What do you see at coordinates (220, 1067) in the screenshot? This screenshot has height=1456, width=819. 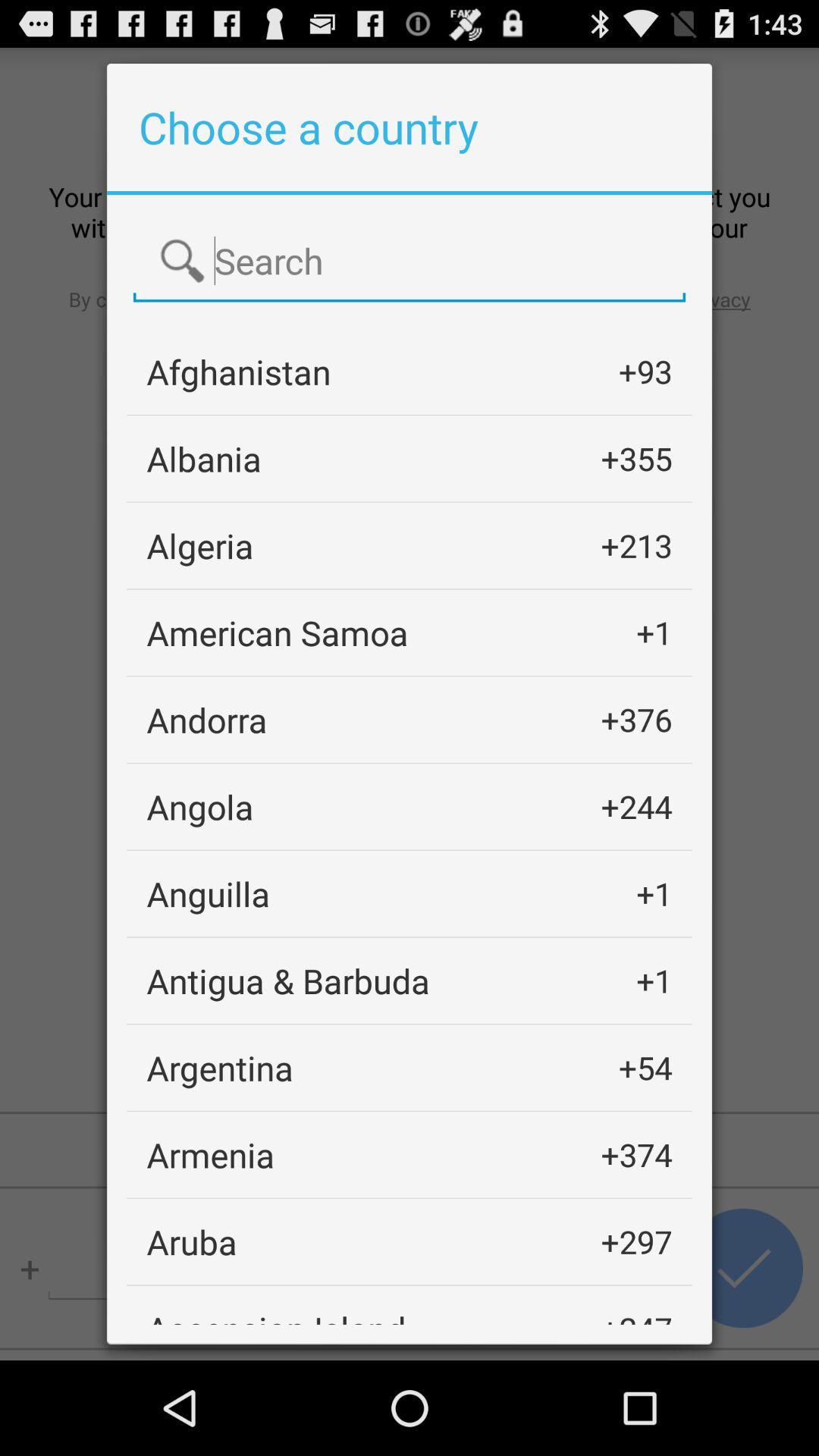 I see `the item next to +54 item` at bounding box center [220, 1067].